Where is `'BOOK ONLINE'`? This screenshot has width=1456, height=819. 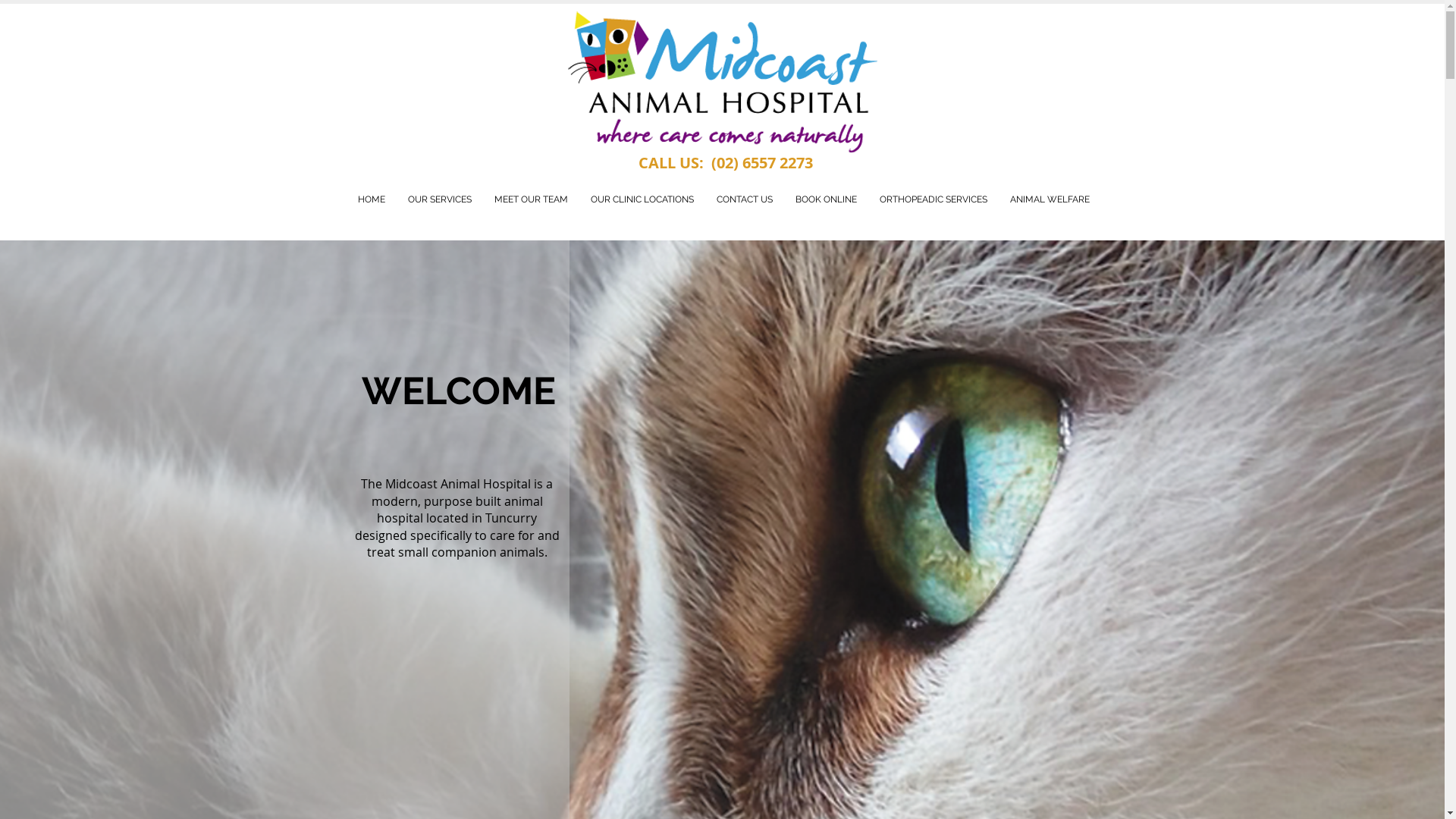 'BOOK ONLINE' is located at coordinates (825, 199).